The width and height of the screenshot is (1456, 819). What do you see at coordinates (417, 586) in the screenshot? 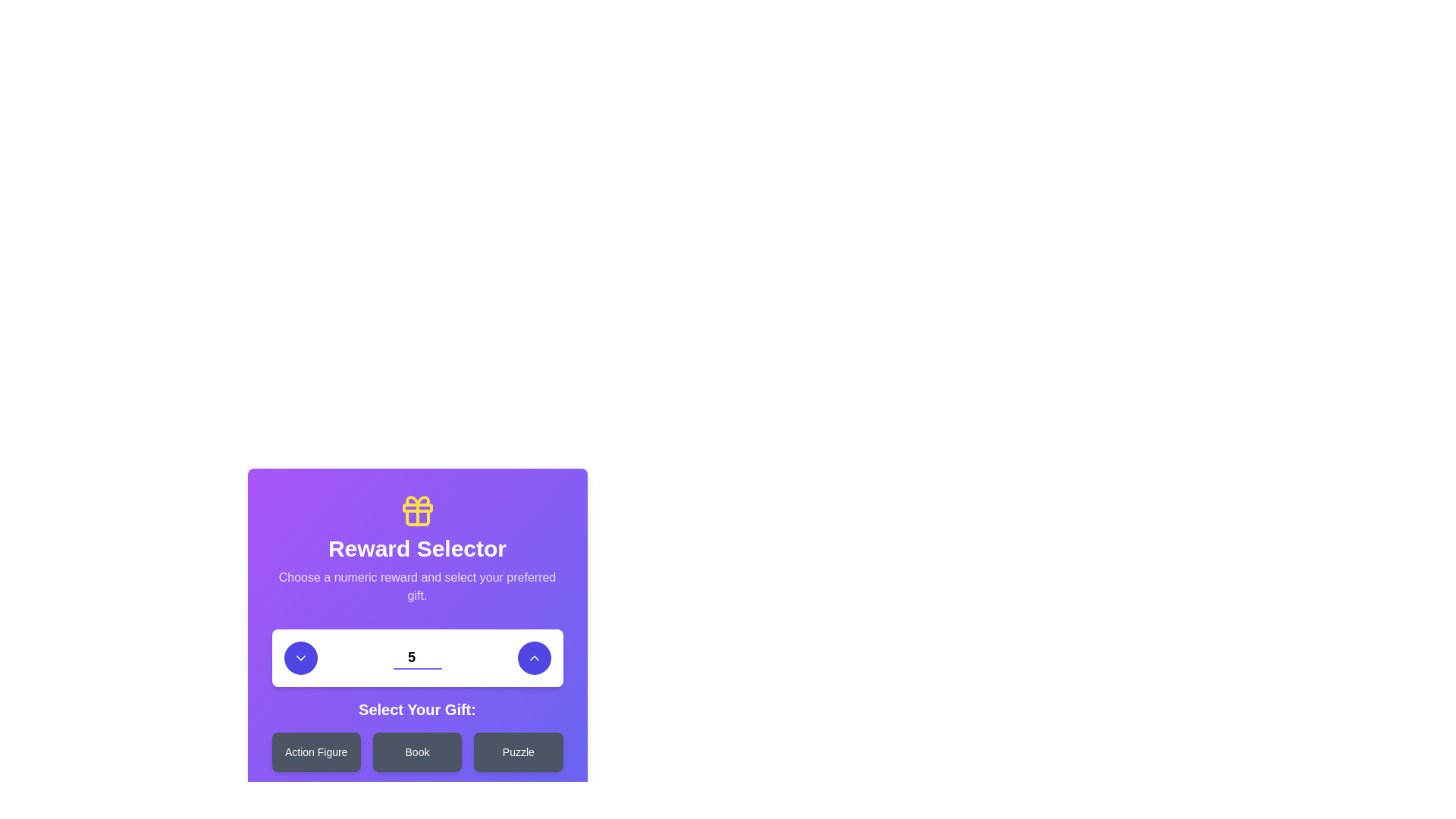
I see `the instructional text element located below the title 'Reward Selector', which provides guidance about the purpose of the widget and sits centrally aligned above the numeric input field and gift selection options` at bounding box center [417, 586].